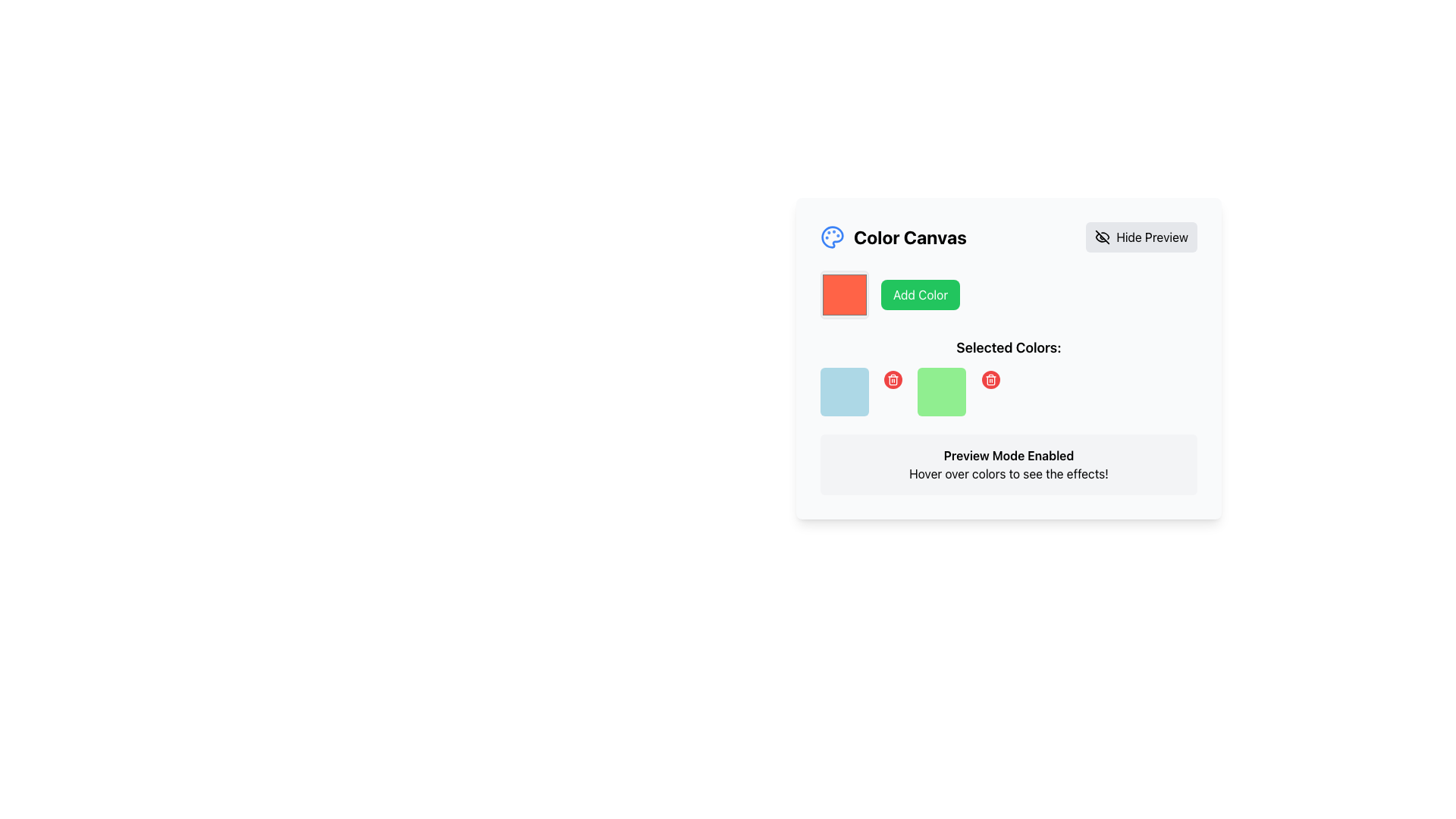 The width and height of the screenshot is (1456, 819). What do you see at coordinates (832, 237) in the screenshot?
I see `the decorative icon representing the 'Color Canvas' section, which is positioned to the left of the text 'Color Canvas' in the header section of the 'Color Canvas' widget` at bounding box center [832, 237].